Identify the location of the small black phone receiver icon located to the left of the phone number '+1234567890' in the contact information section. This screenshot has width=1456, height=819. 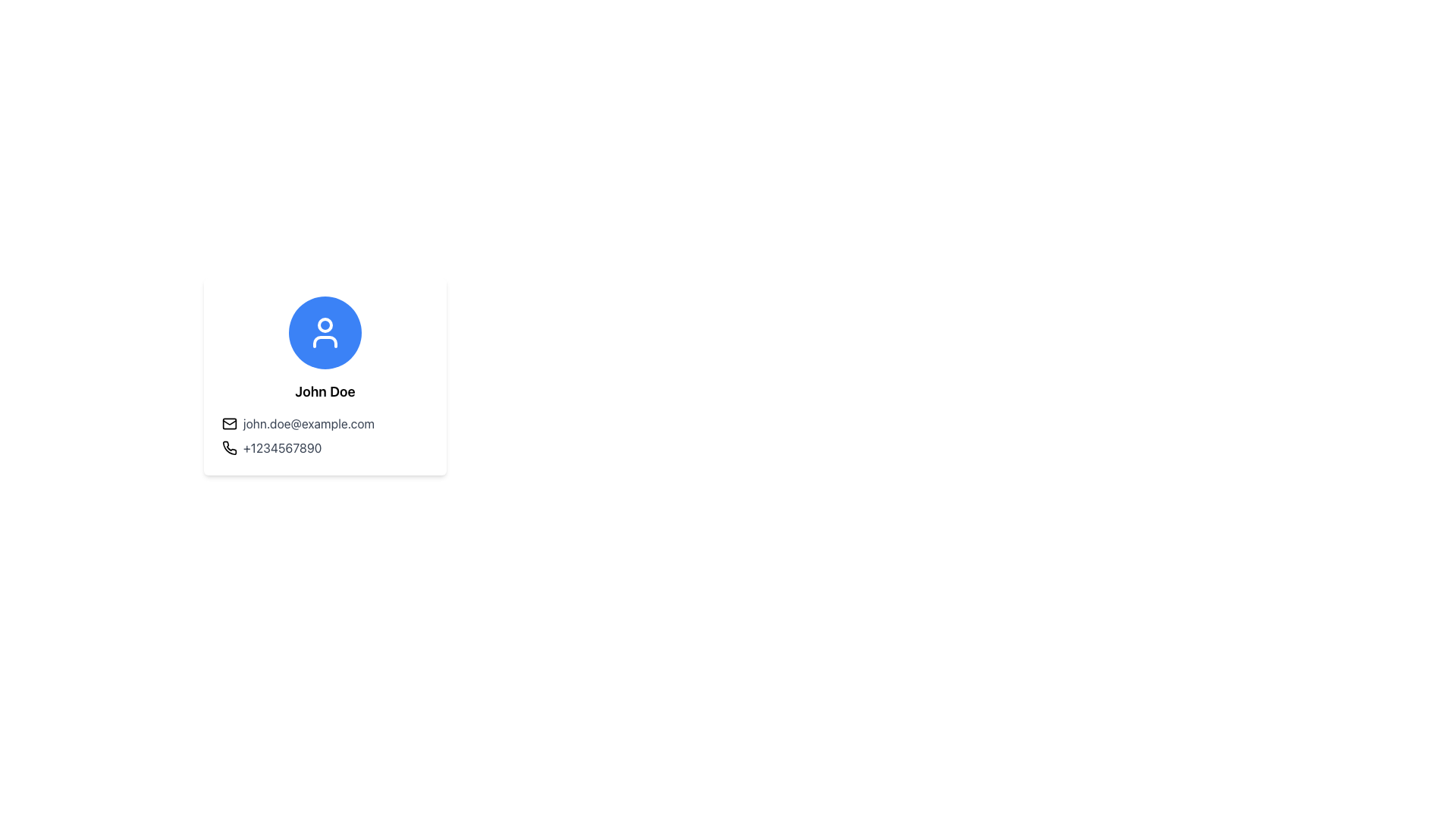
(228, 447).